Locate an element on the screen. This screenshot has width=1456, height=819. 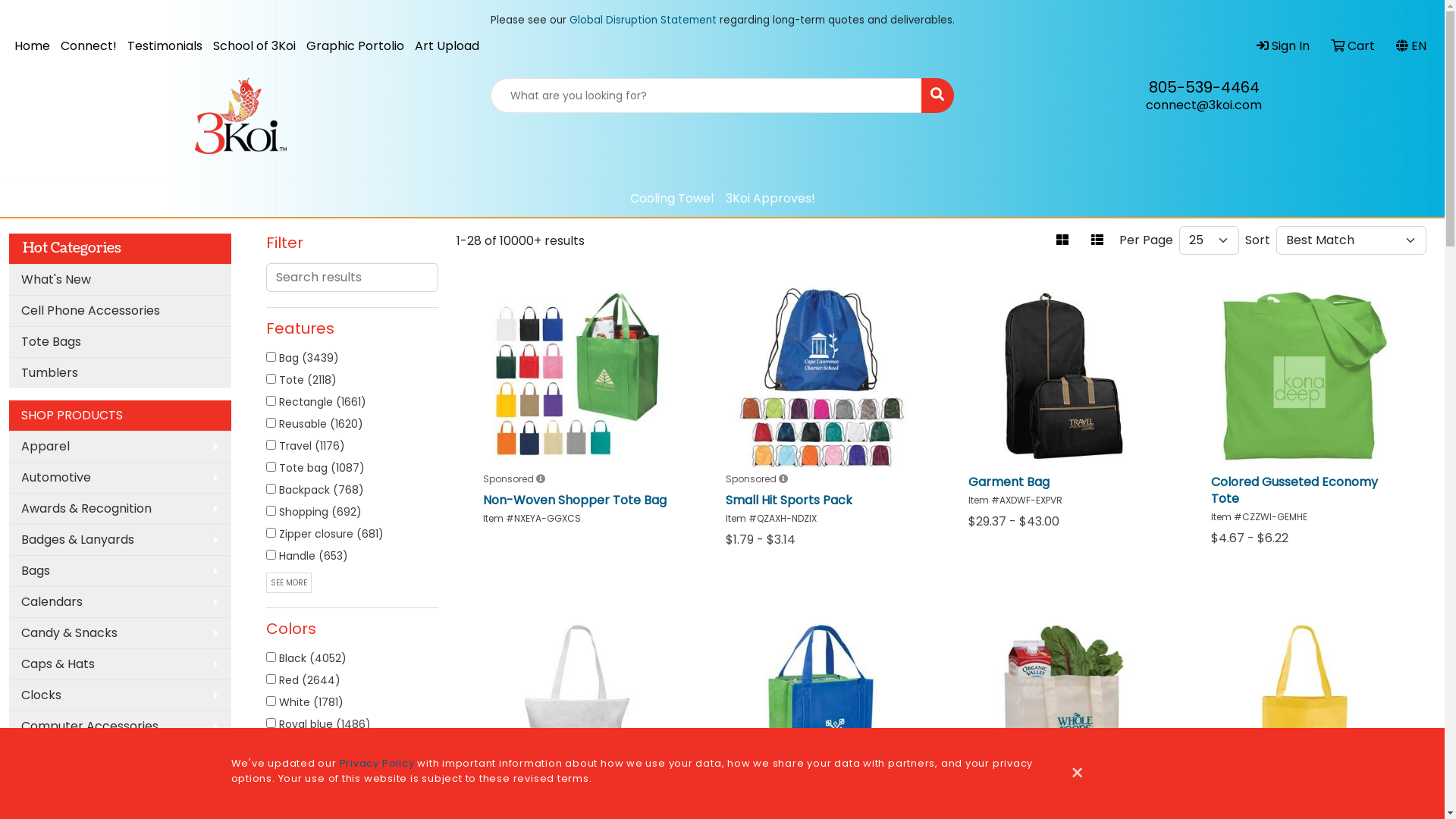
'Tote Bags' is located at coordinates (119, 341).